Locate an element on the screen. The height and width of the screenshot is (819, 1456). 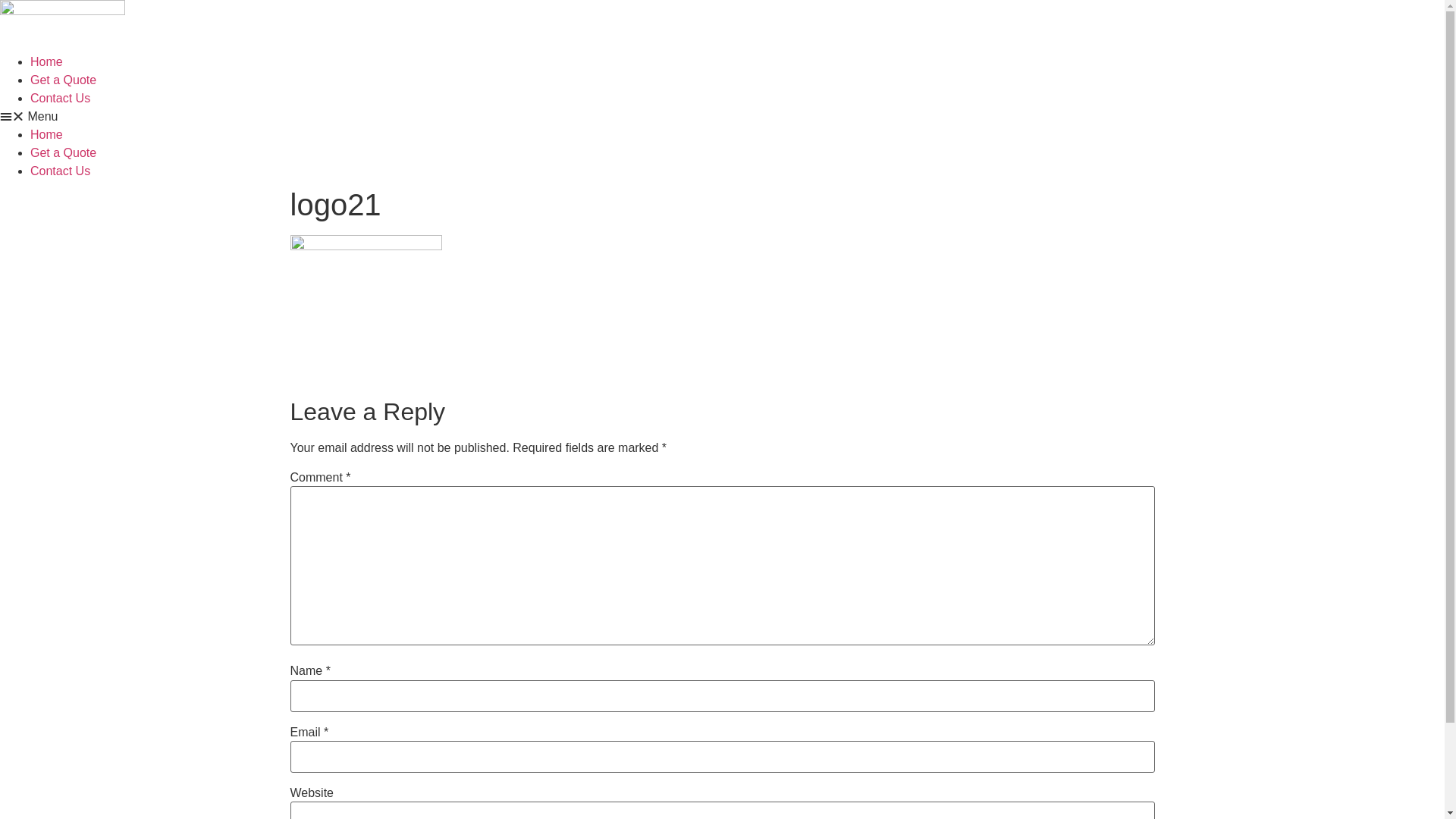
'Get a Quote' is located at coordinates (62, 152).